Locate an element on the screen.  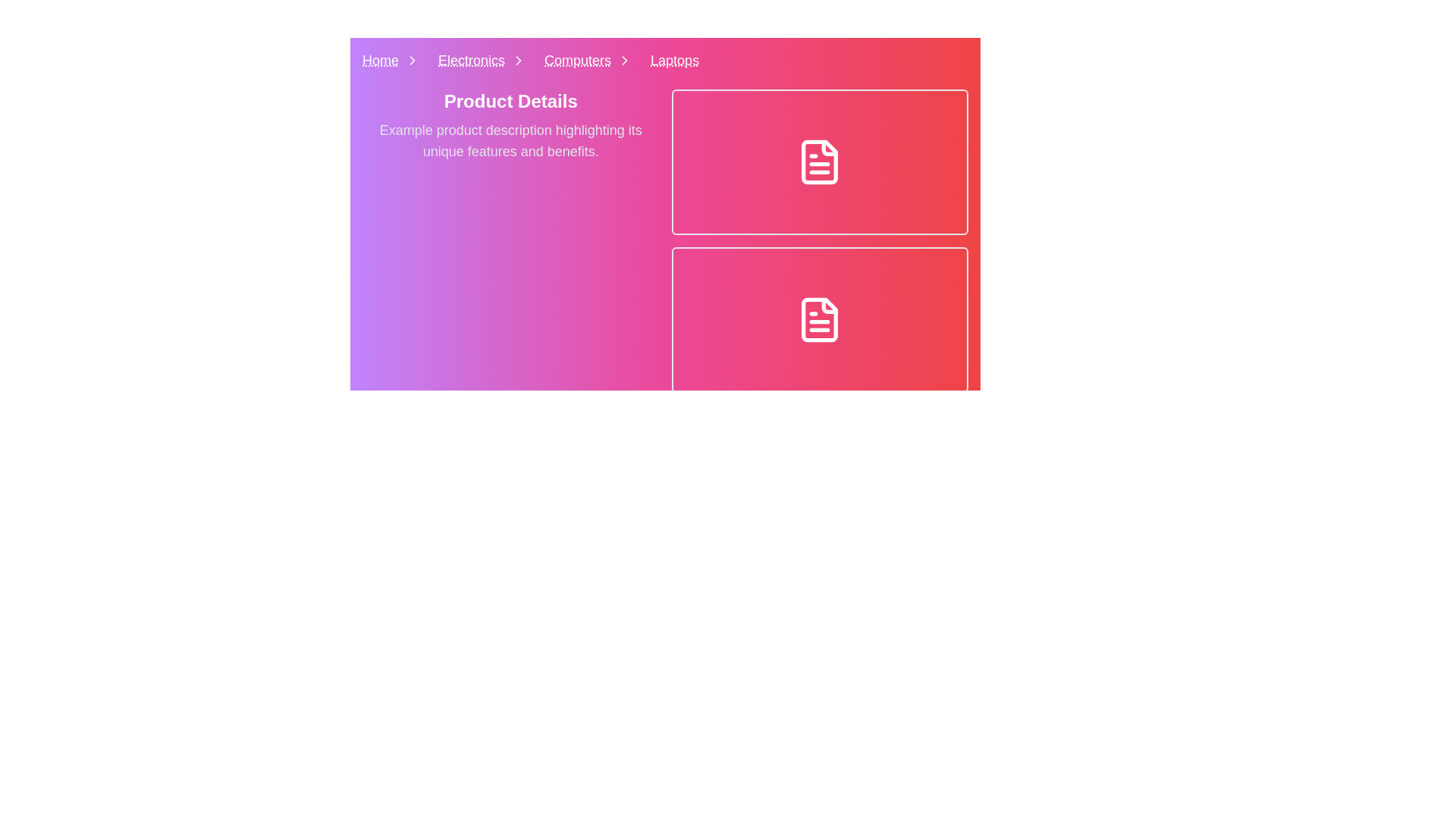
the 'Computers' breadcrumb link in the navigation component is located at coordinates (591, 60).